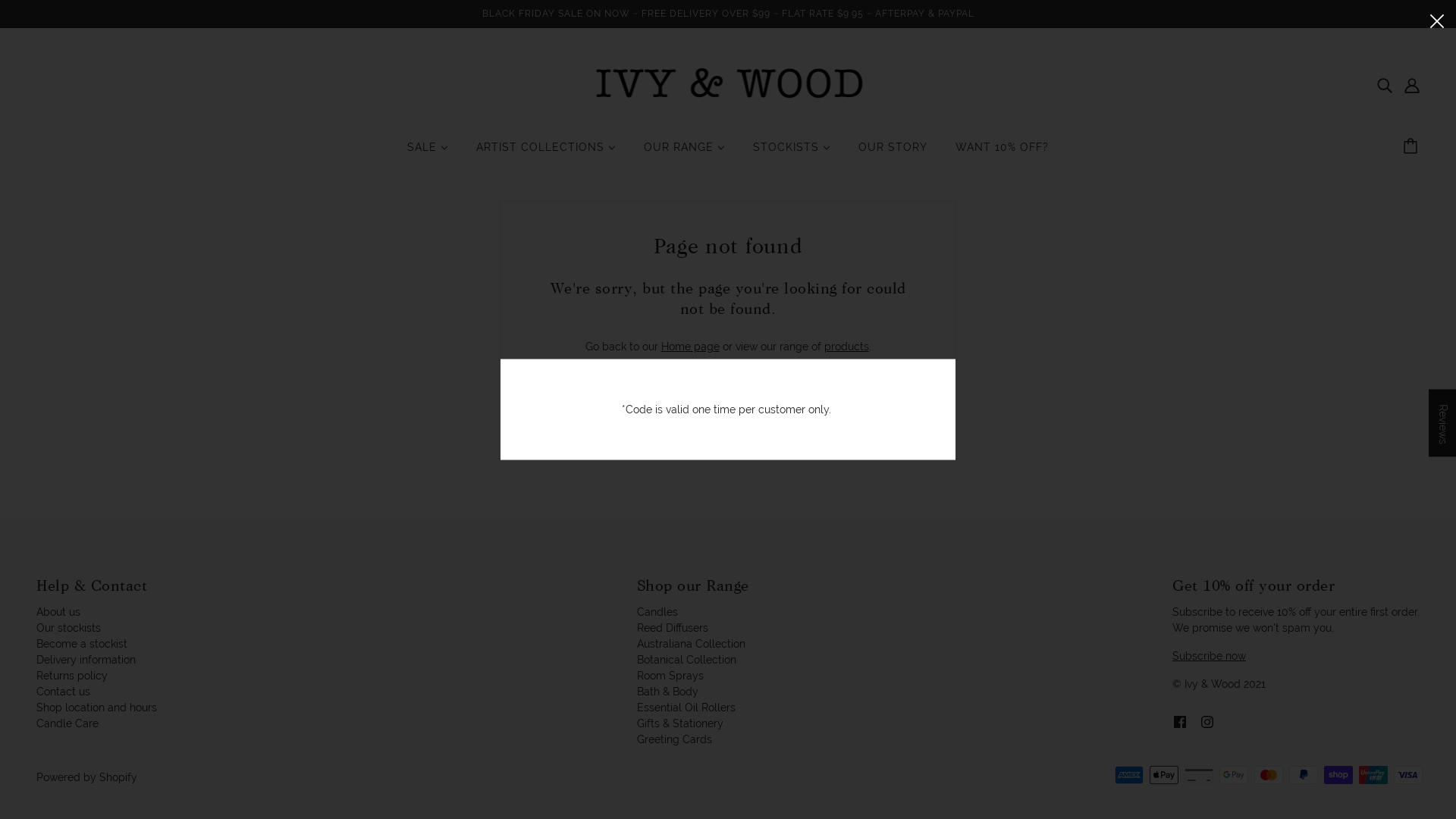  Describe the element at coordinates (728, 84) in the screenshot. I see `'Ivy & Wood'` at that location.